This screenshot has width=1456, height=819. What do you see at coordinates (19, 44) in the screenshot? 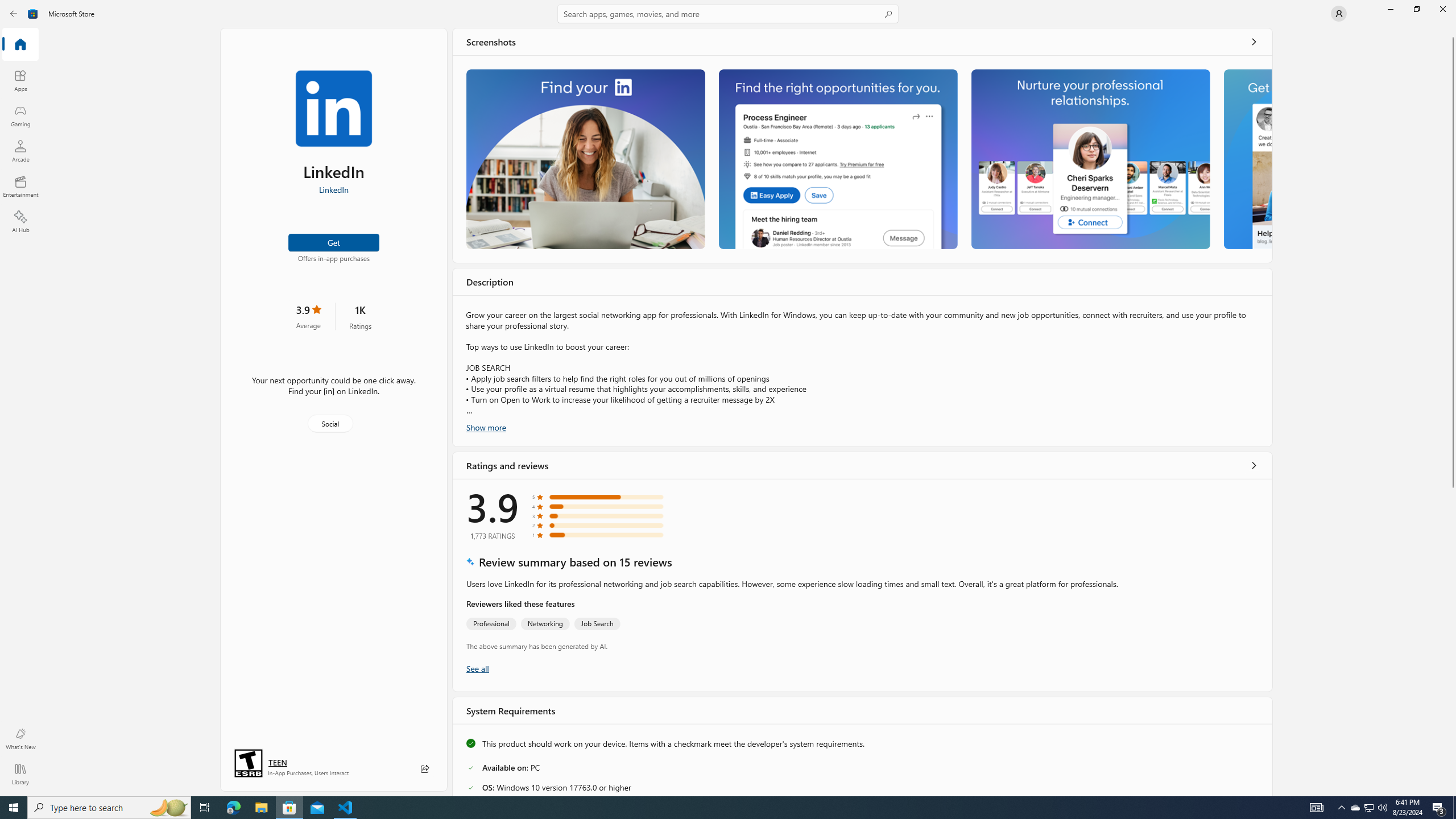
I see `'Home'` at bounding box center [19, 44].